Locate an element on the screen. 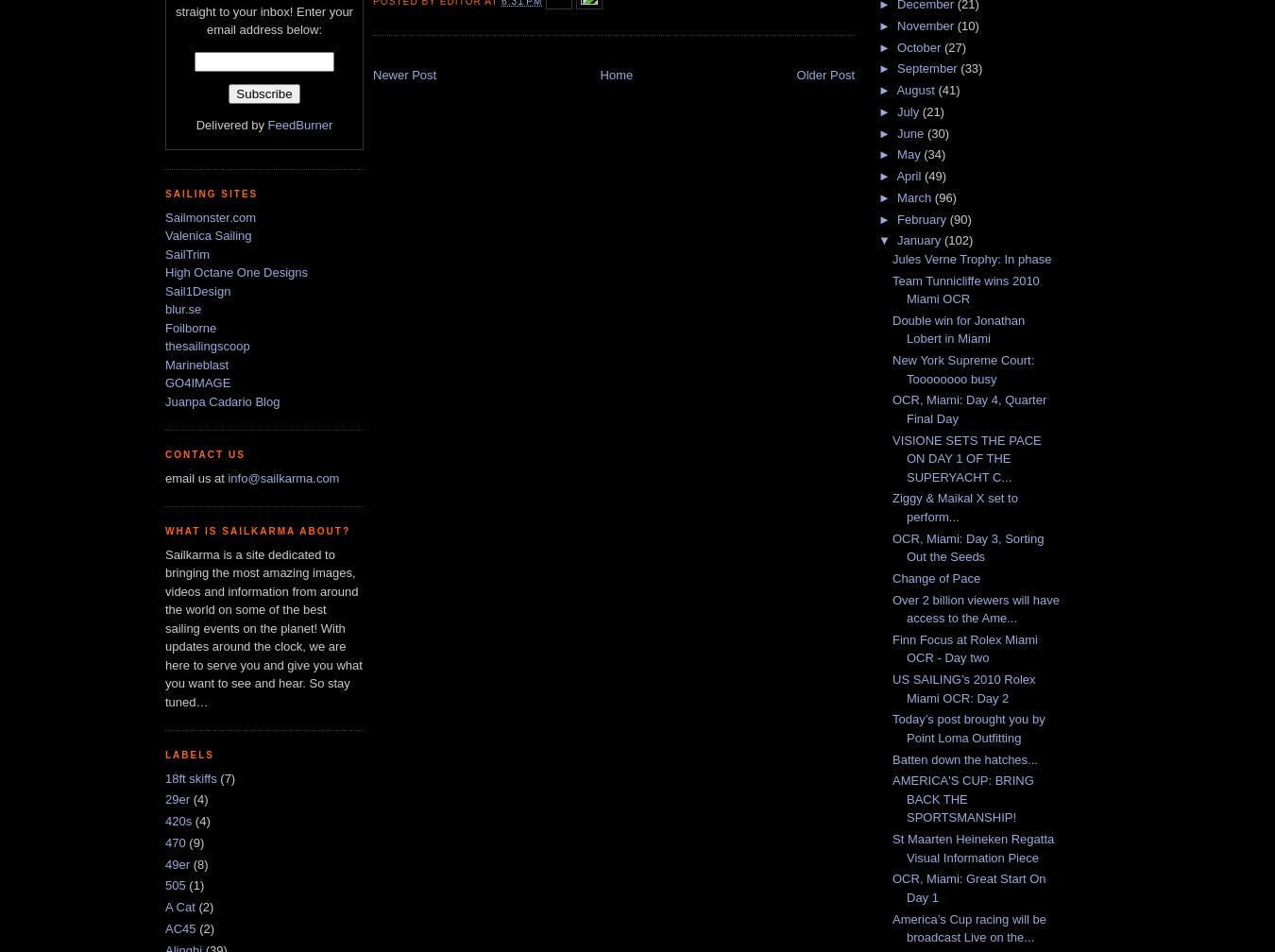 Image resolution: width=1275 pixels, height=952 pixels. 'Today’s post brought you by Point Loma Outfitting' is located at coordinates (968, 728).